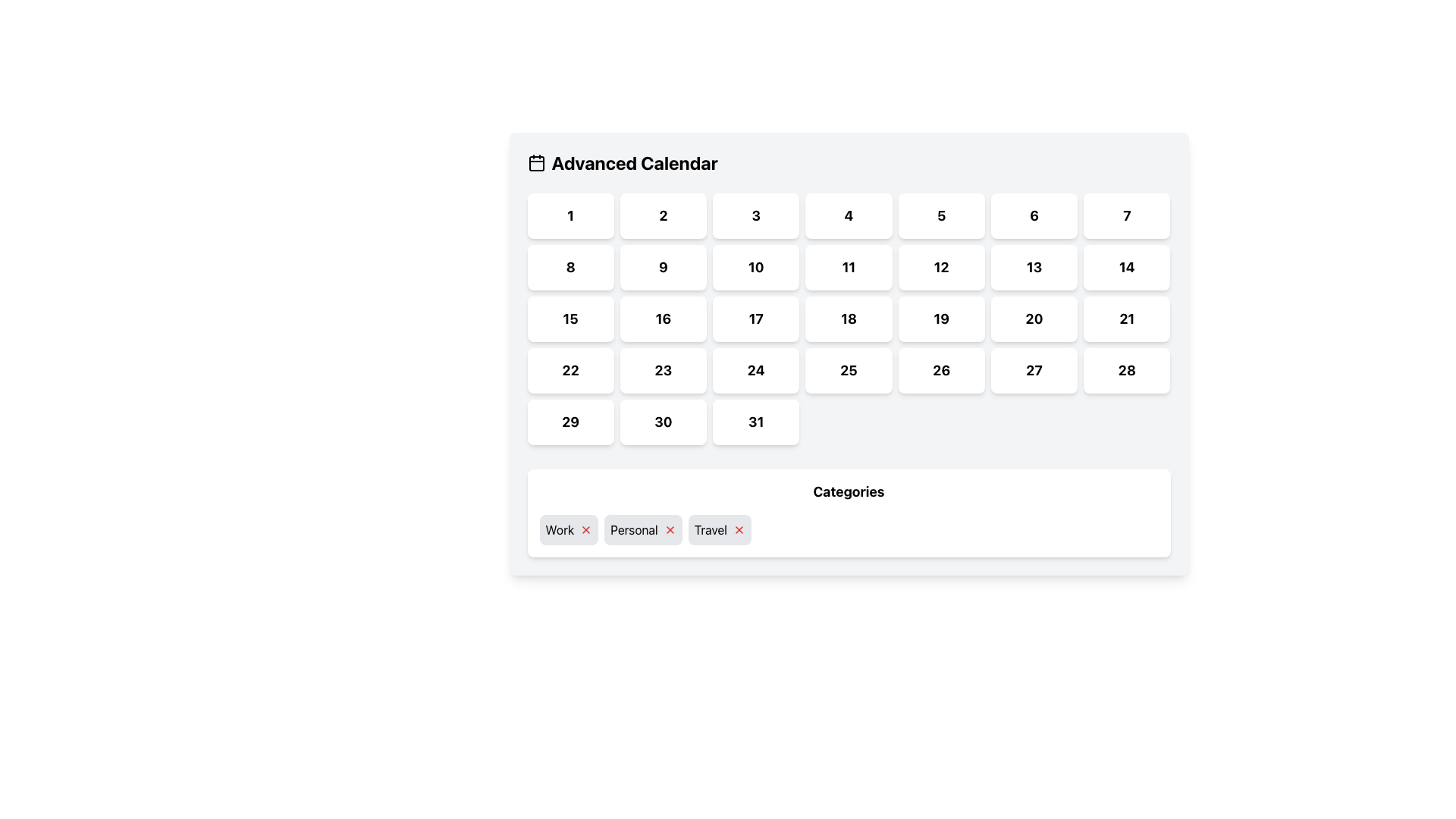 Image resolution: width=1456 pixels, height=819 pixels. I want to click on the bold number '15' label located in the second row, sixth column of the calendar interface, which is styled in a larger font size and has a shadow effect, so click(570, 318).